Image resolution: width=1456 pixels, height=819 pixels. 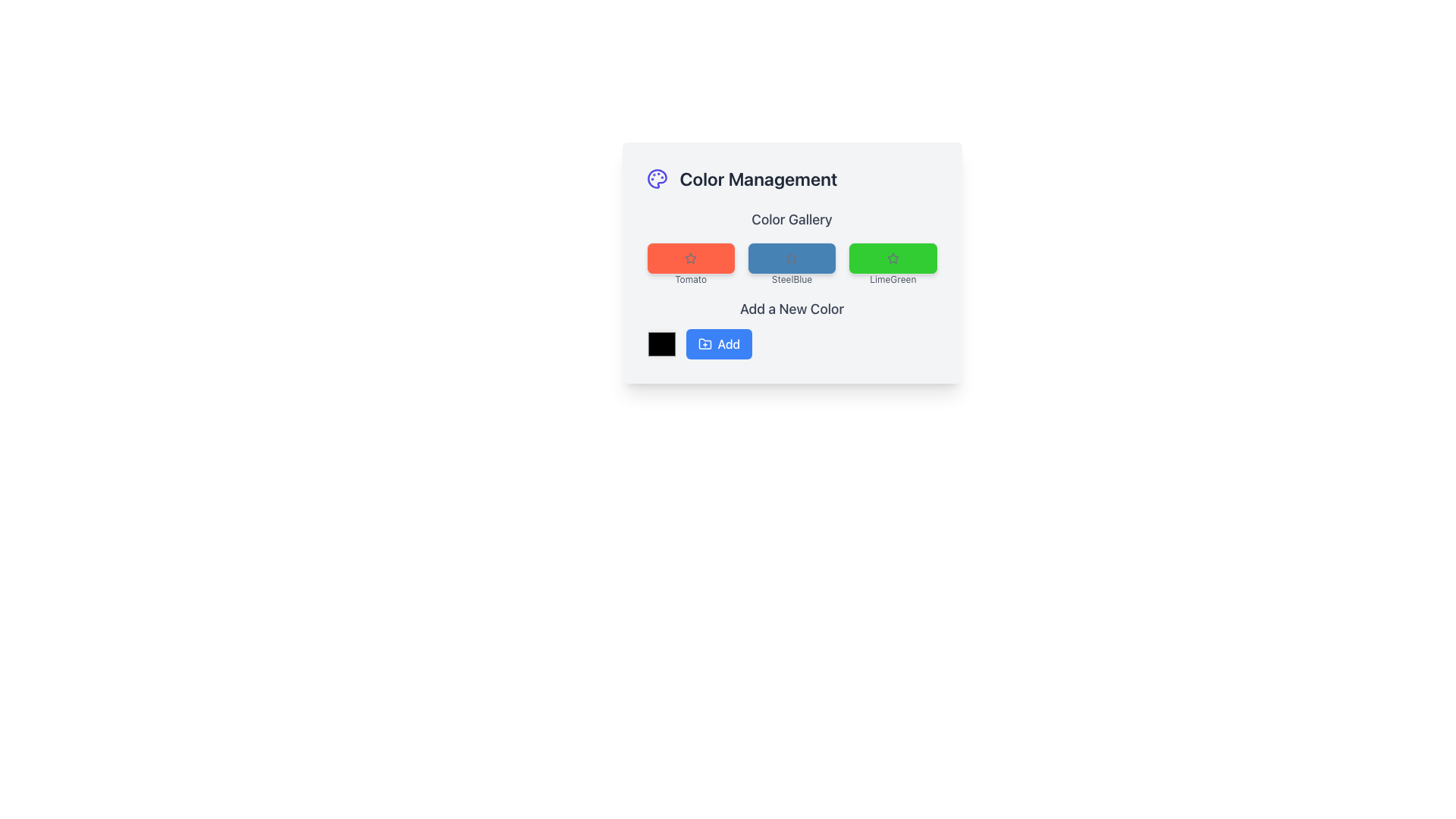 What do you see at coordinates (690, 257) in the screenshot?
I see `the star icon located within the top-left button labeled 'Tomato' in the 'Color Gallery' section of the 'Color Management' interface` at bounding box center [690, 257].